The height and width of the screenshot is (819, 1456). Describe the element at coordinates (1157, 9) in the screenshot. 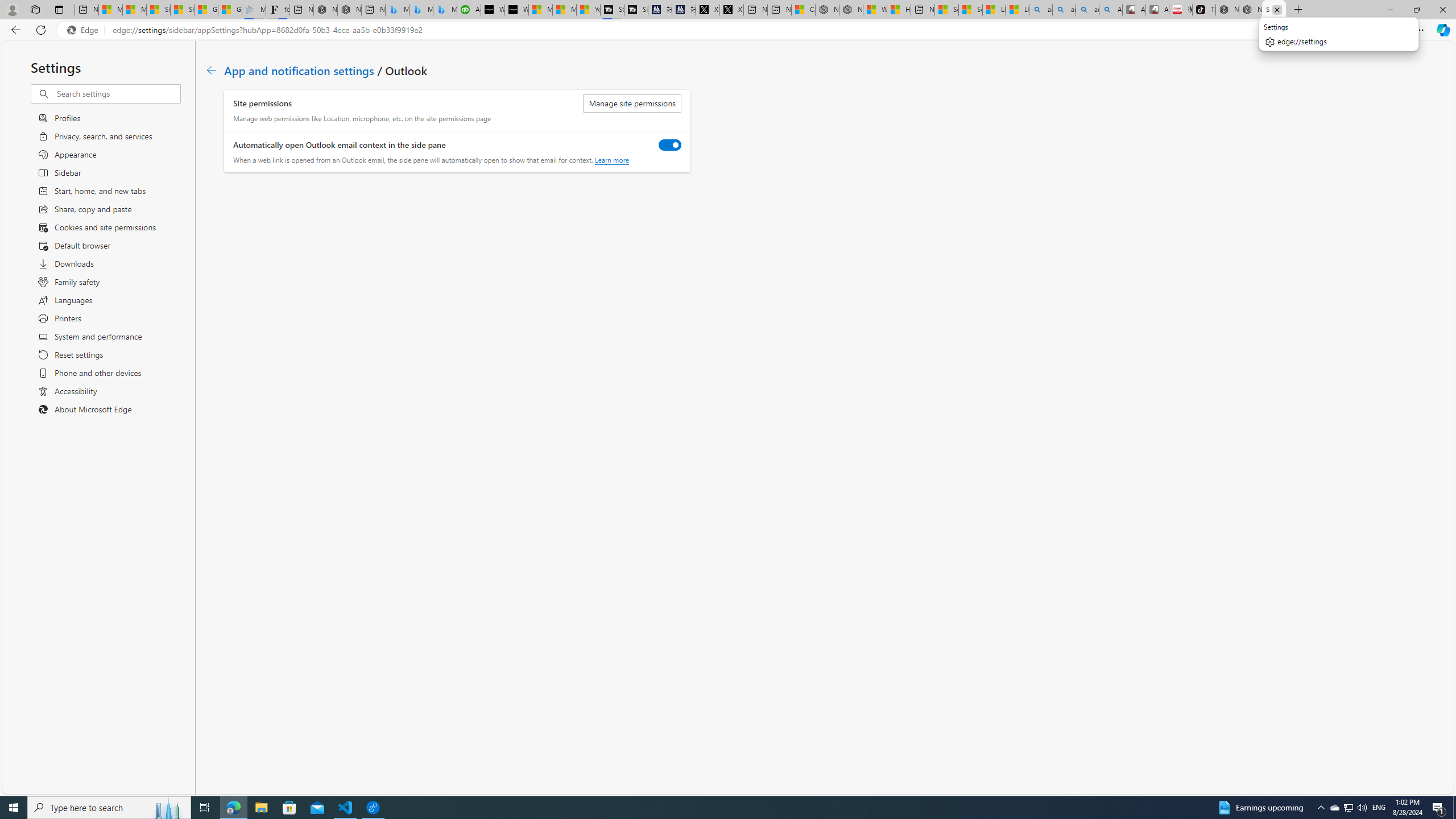

I see `'All Cubot phones'` at that location.